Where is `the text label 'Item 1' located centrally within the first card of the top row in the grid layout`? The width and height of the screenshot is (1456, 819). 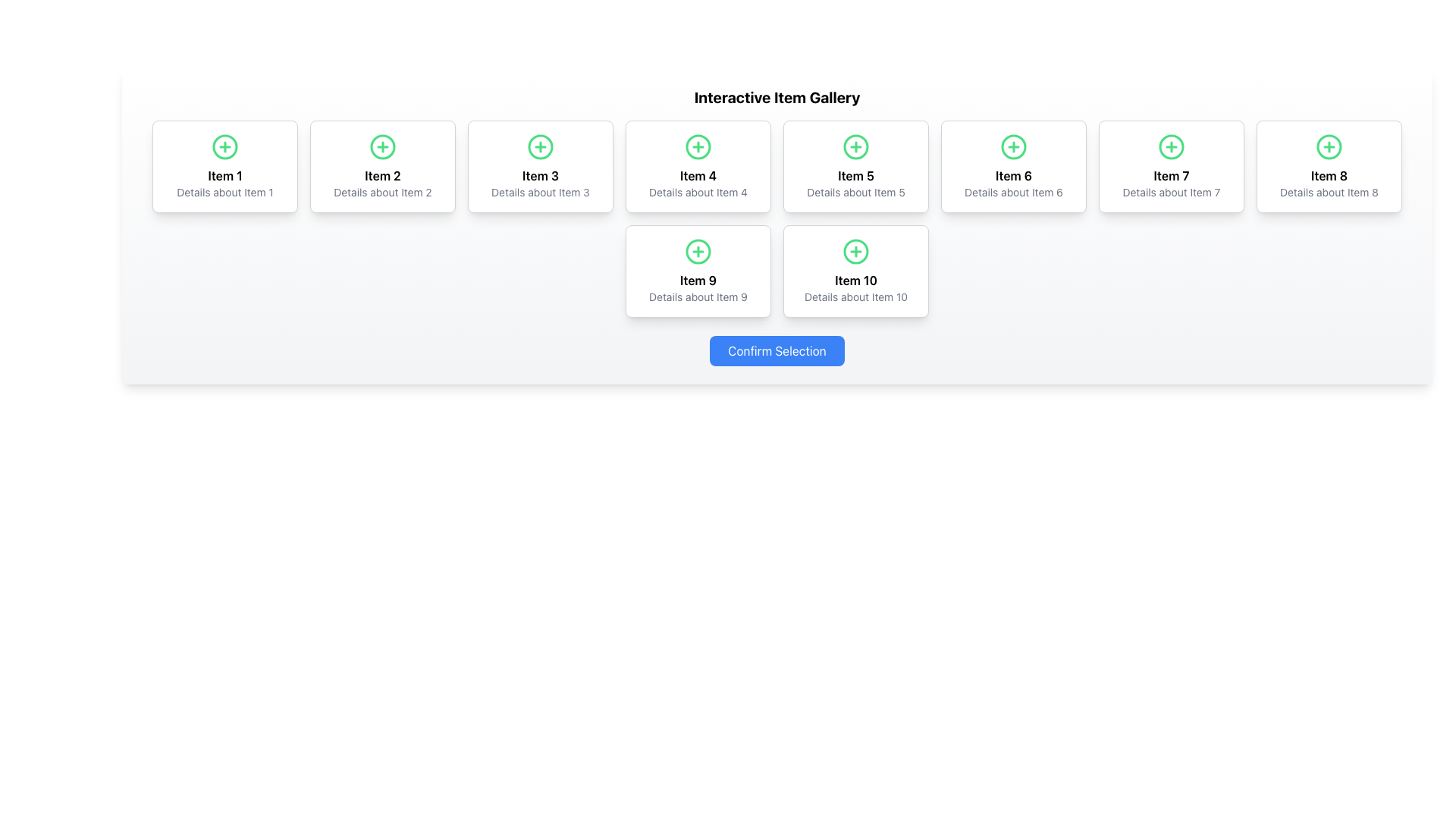 the text label 'Item 1' located centrally within the first card of the top row in the grid layout is located at coordinates (224, 174).